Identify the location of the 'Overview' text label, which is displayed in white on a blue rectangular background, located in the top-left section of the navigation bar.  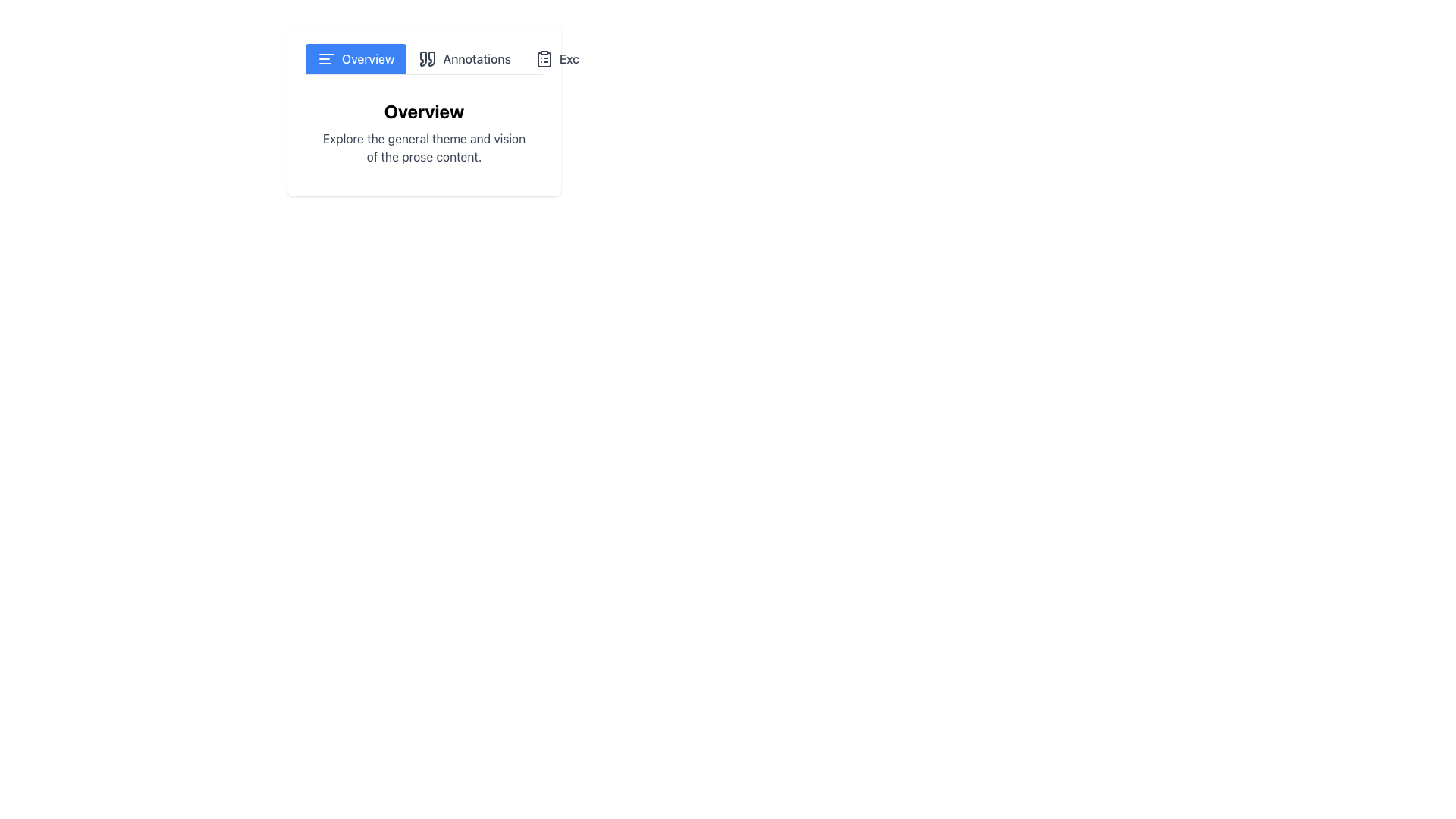
(368, 58).